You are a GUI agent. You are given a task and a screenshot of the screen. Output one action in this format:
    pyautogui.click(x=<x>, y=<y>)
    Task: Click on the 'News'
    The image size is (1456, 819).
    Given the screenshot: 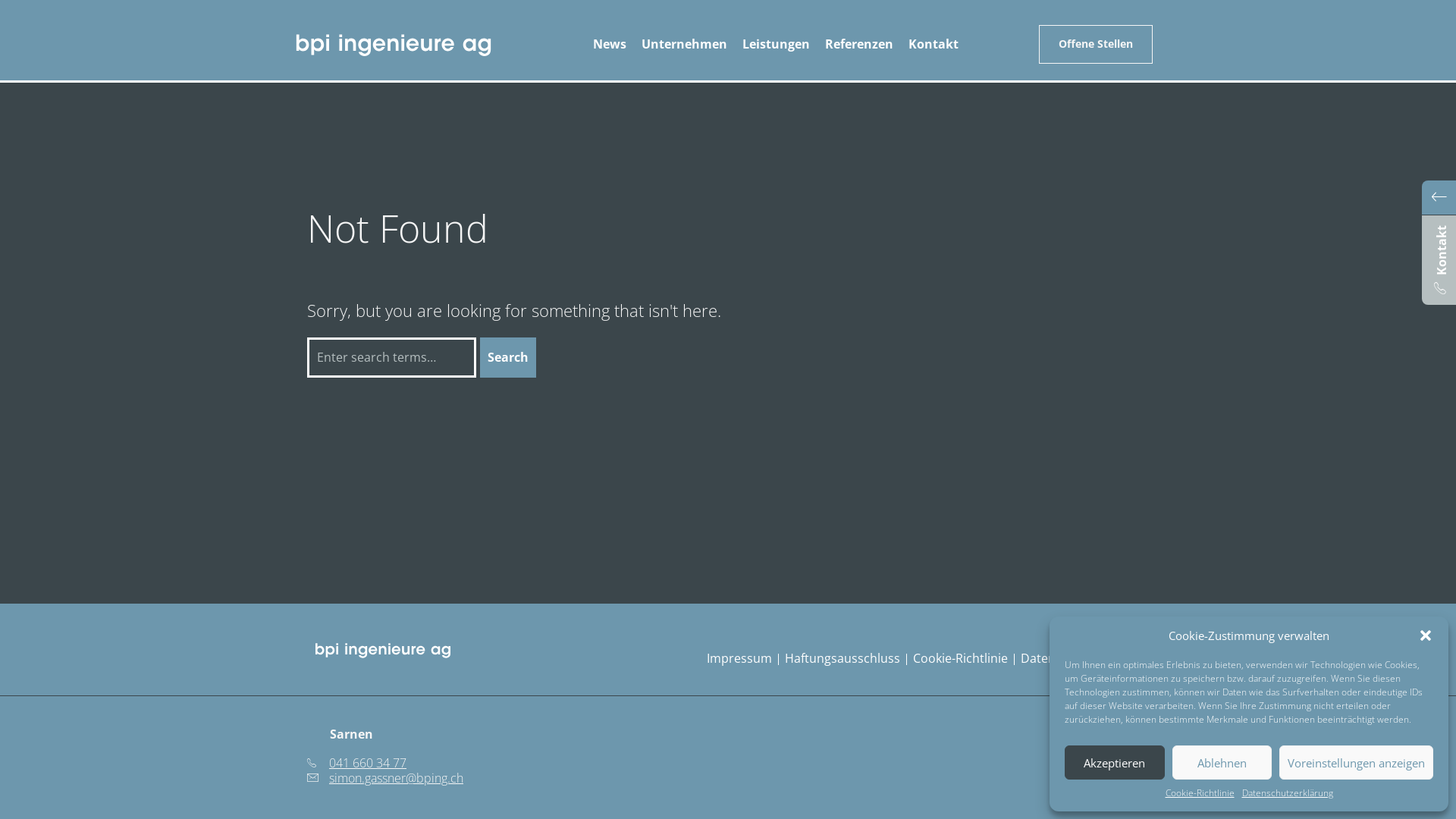 What is the action you would take?
    pyautogui.click(x=610, y=43)
    